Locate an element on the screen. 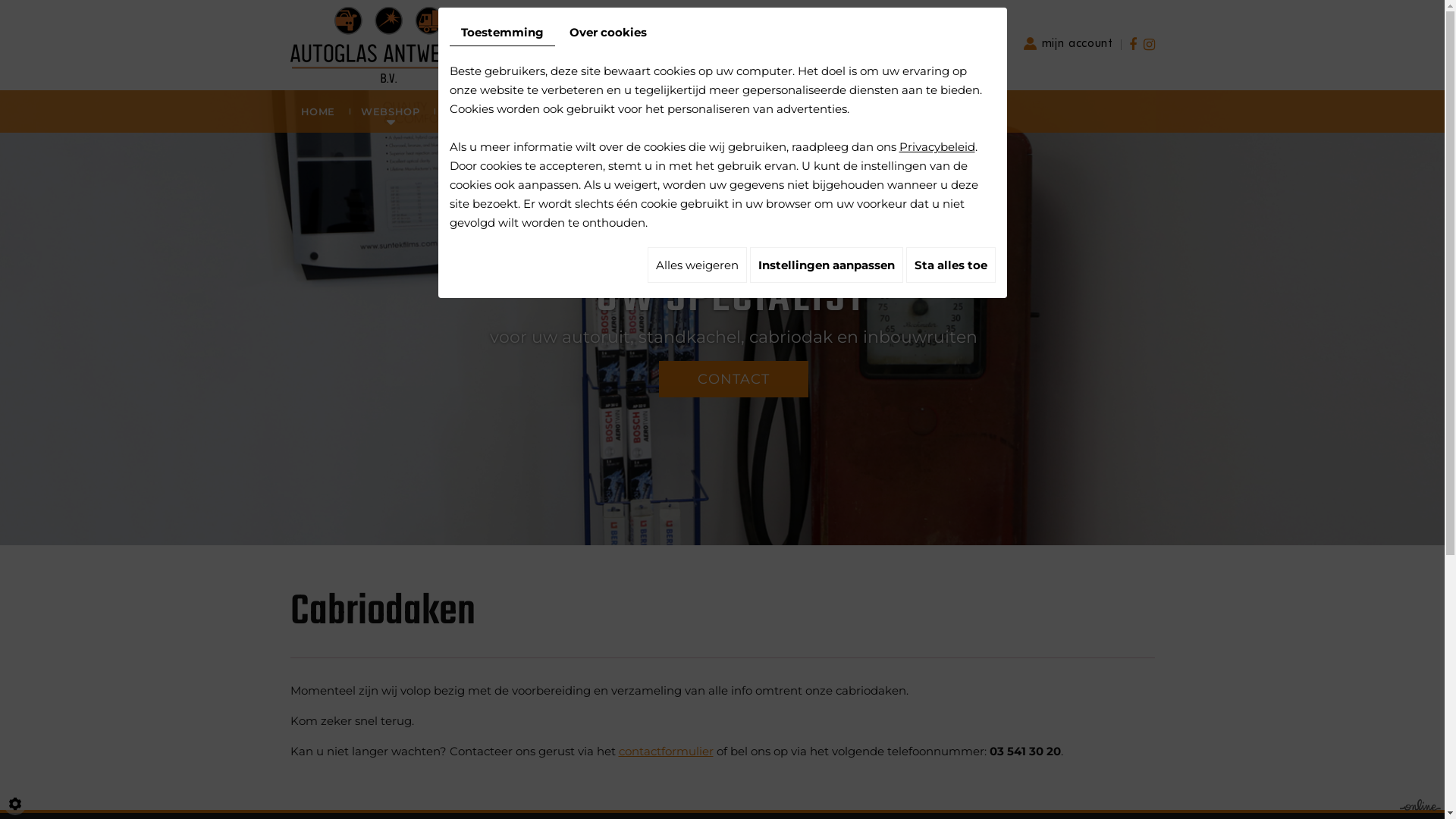  'mijn account' is located at coordinates (1068, 42).